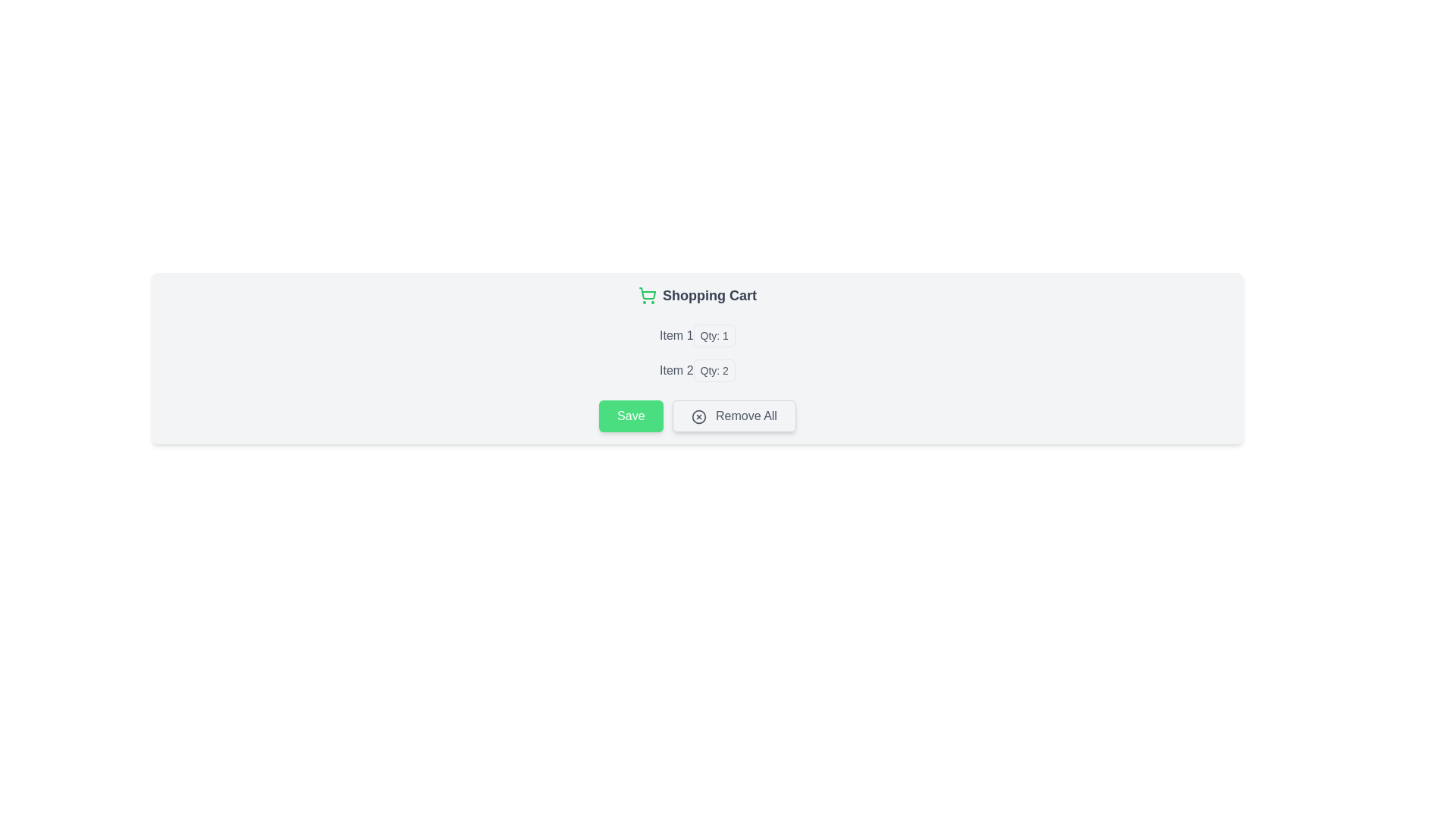 The width and height of the screenshot is (1456, 819). What do you see at coordinates (734, 416) in the screenshot?
I see `the 'Remove All' button to change its background color` at bounding box center [734, 416].